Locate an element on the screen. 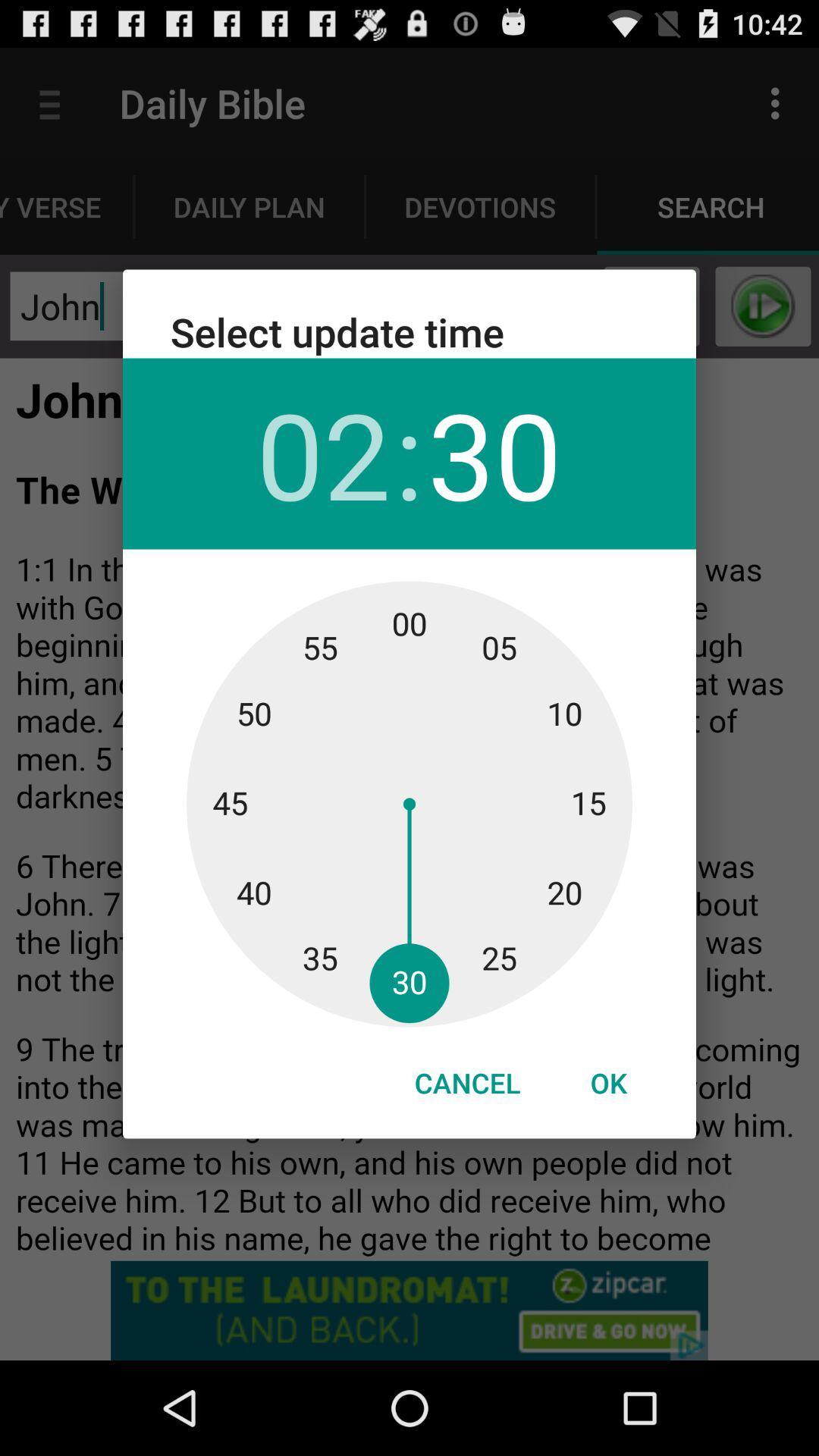 Image resolution: width=819 pixels, height=1456 pixels. icon to the left of the : is located at coordinates (322, 453).